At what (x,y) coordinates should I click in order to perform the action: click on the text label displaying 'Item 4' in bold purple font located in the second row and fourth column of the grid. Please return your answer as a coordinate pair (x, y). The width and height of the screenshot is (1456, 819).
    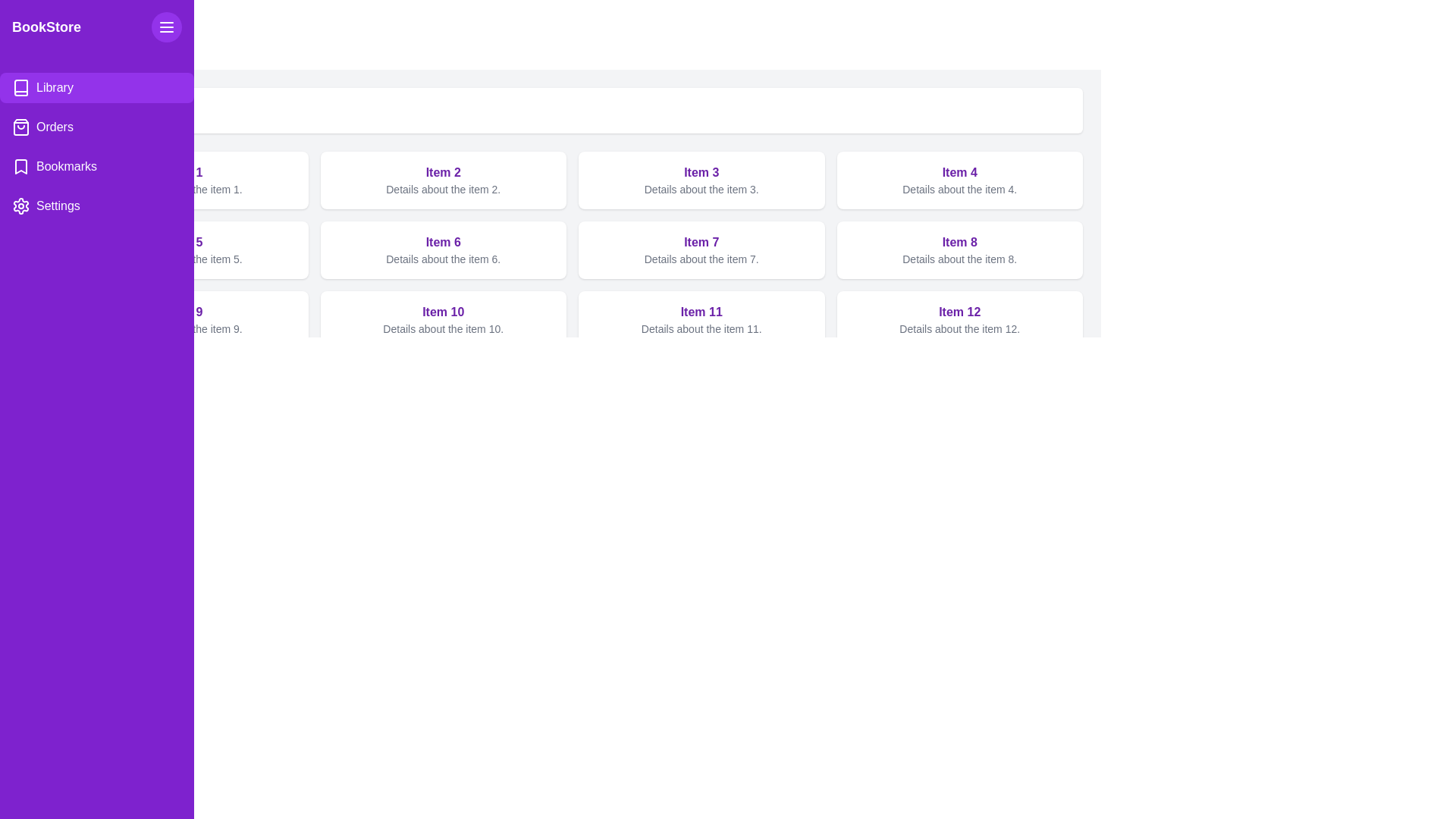
    Looking at the image, I should click on (959, 171).